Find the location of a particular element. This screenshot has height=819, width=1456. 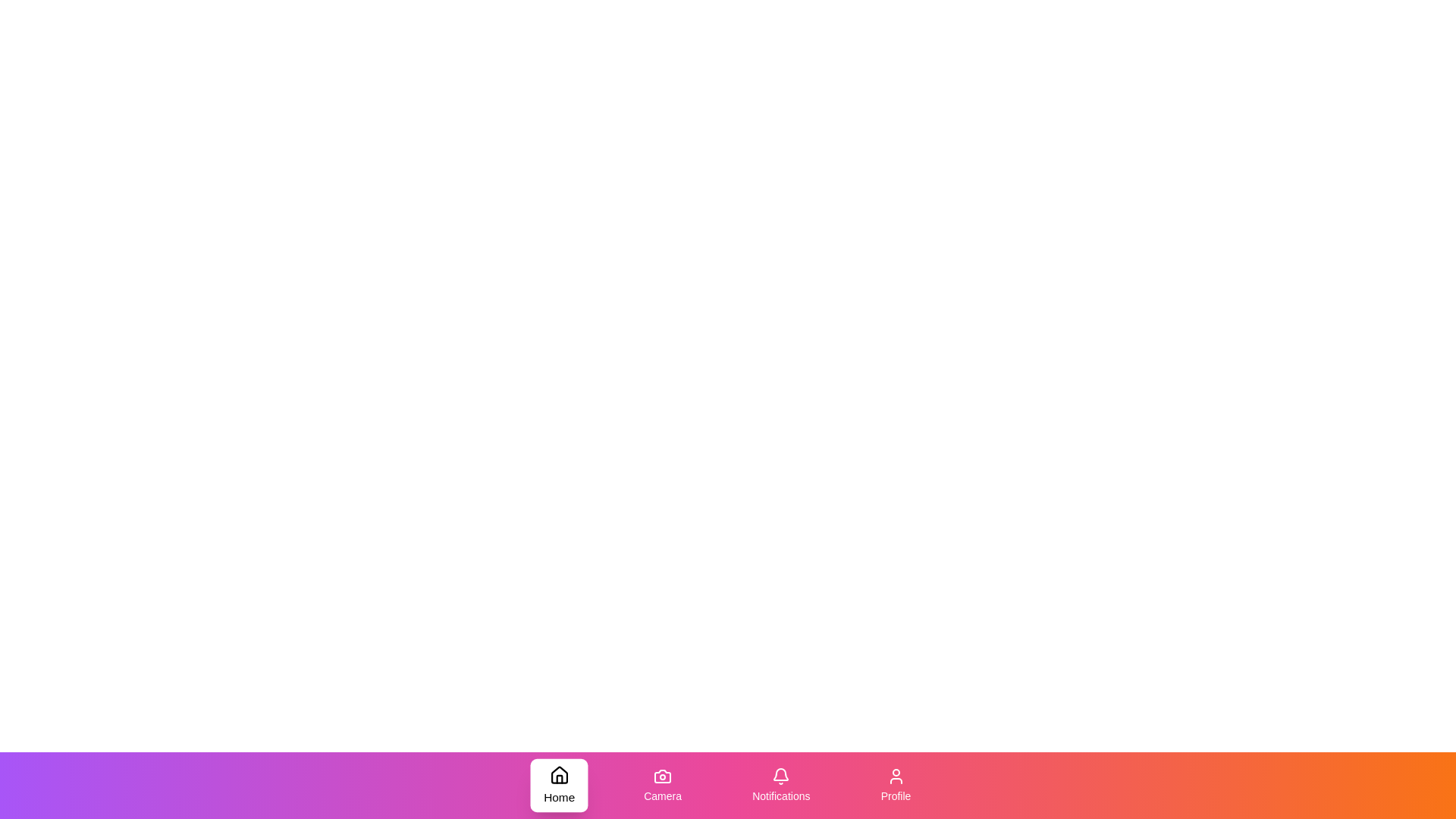

the Camera tab in the bottom navigation is located at coordinates (663, 785).